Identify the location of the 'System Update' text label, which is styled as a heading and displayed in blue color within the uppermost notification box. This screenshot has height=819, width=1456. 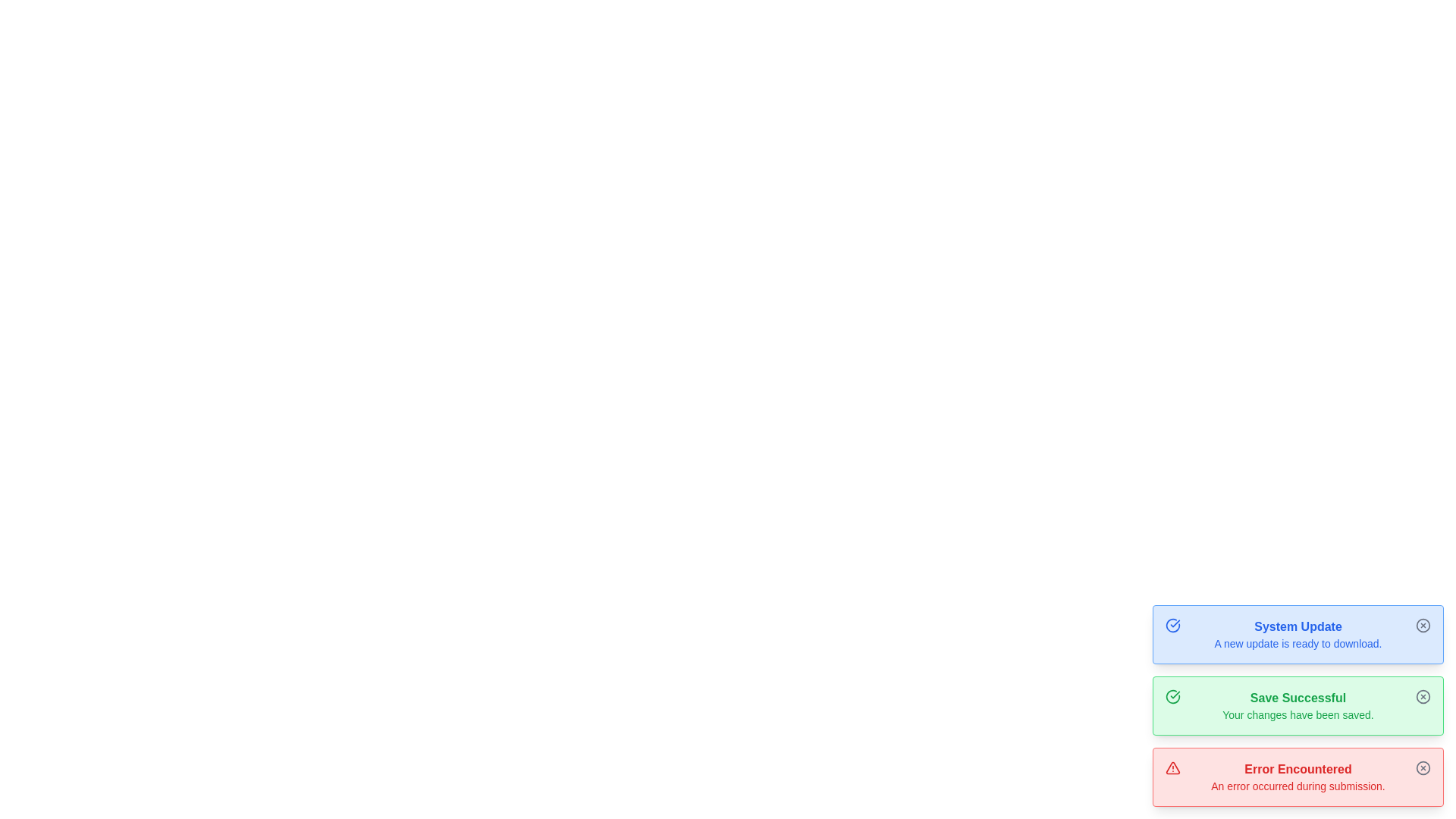
(1298, 626).